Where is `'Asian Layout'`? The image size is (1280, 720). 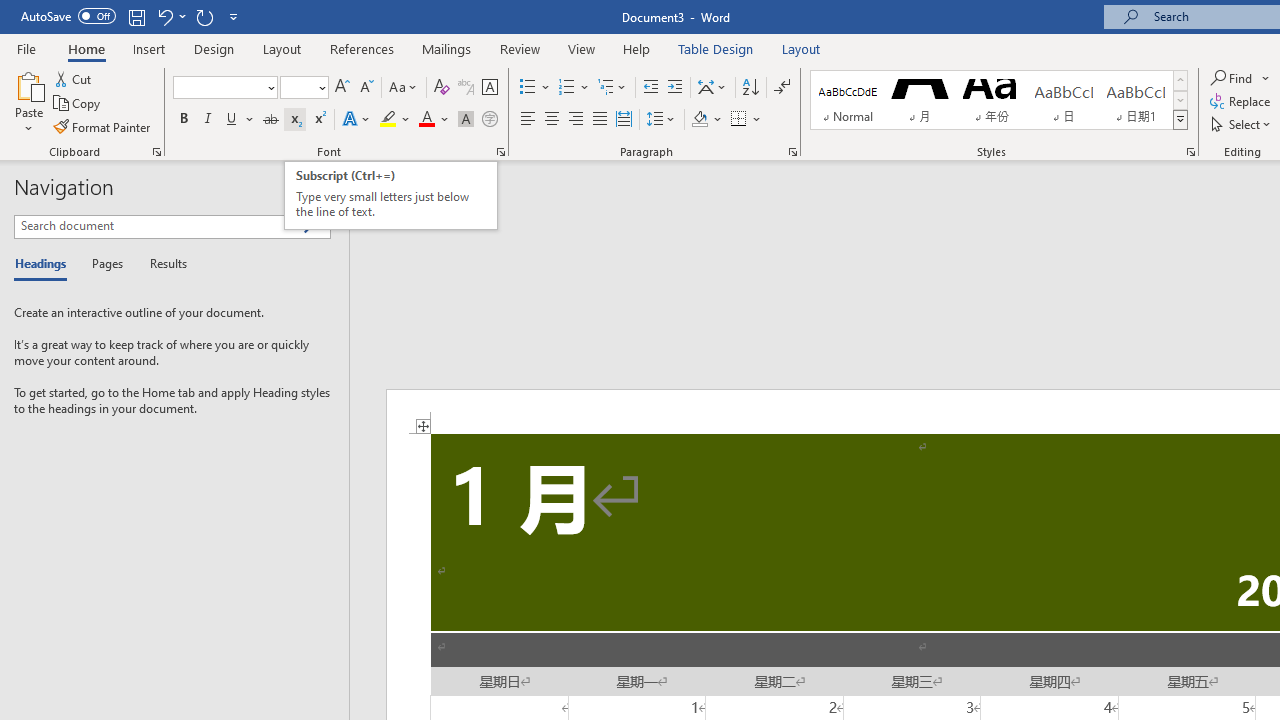
'Asian Layout' is located at coordinates (712, 86).